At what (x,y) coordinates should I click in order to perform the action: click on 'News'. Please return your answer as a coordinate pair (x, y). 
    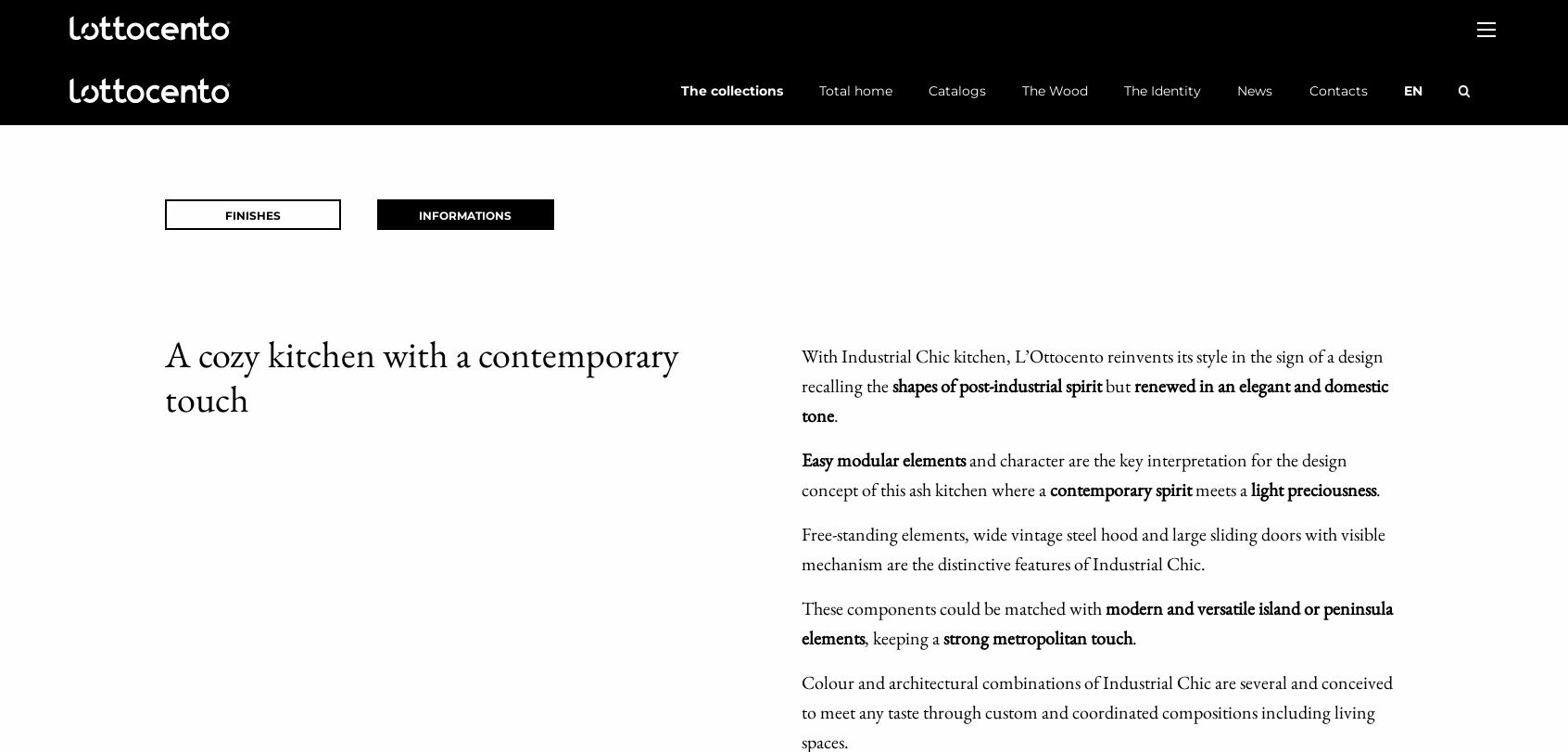
    Looking at the image, I should click on (1235, 90).